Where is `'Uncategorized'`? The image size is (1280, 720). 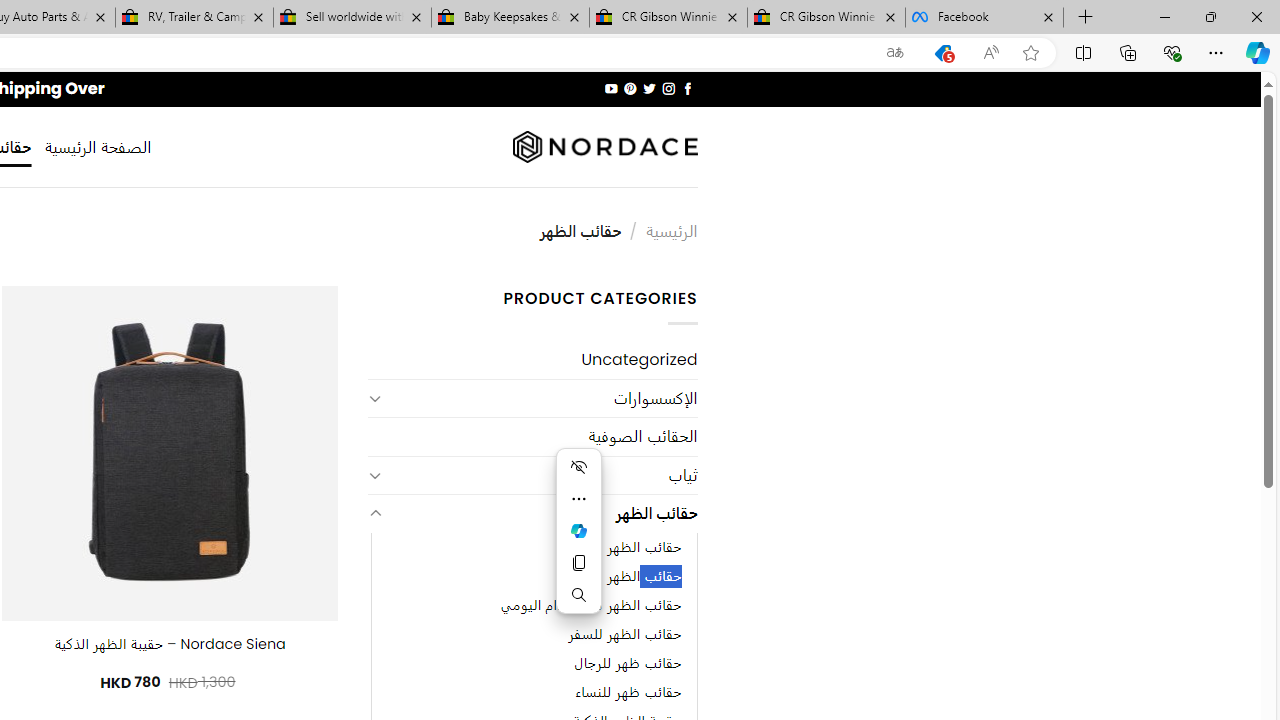
'Uncategorized' is located at coordinates (532, 360).